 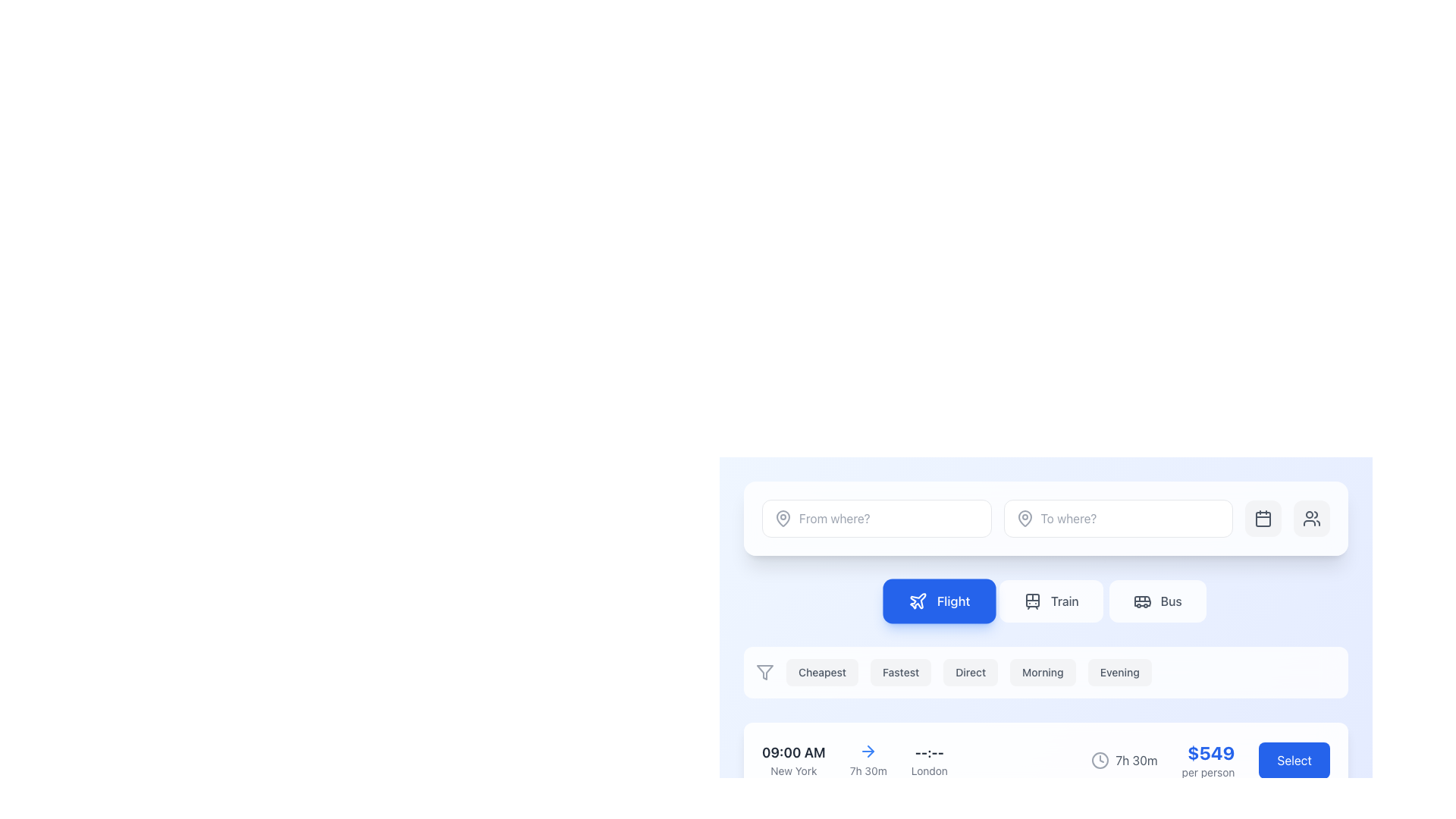 I want to click on the text label indicating unavailability of time information, which is positioned directly above the text 'London' in the booking interface, so click(x=928, y=752).